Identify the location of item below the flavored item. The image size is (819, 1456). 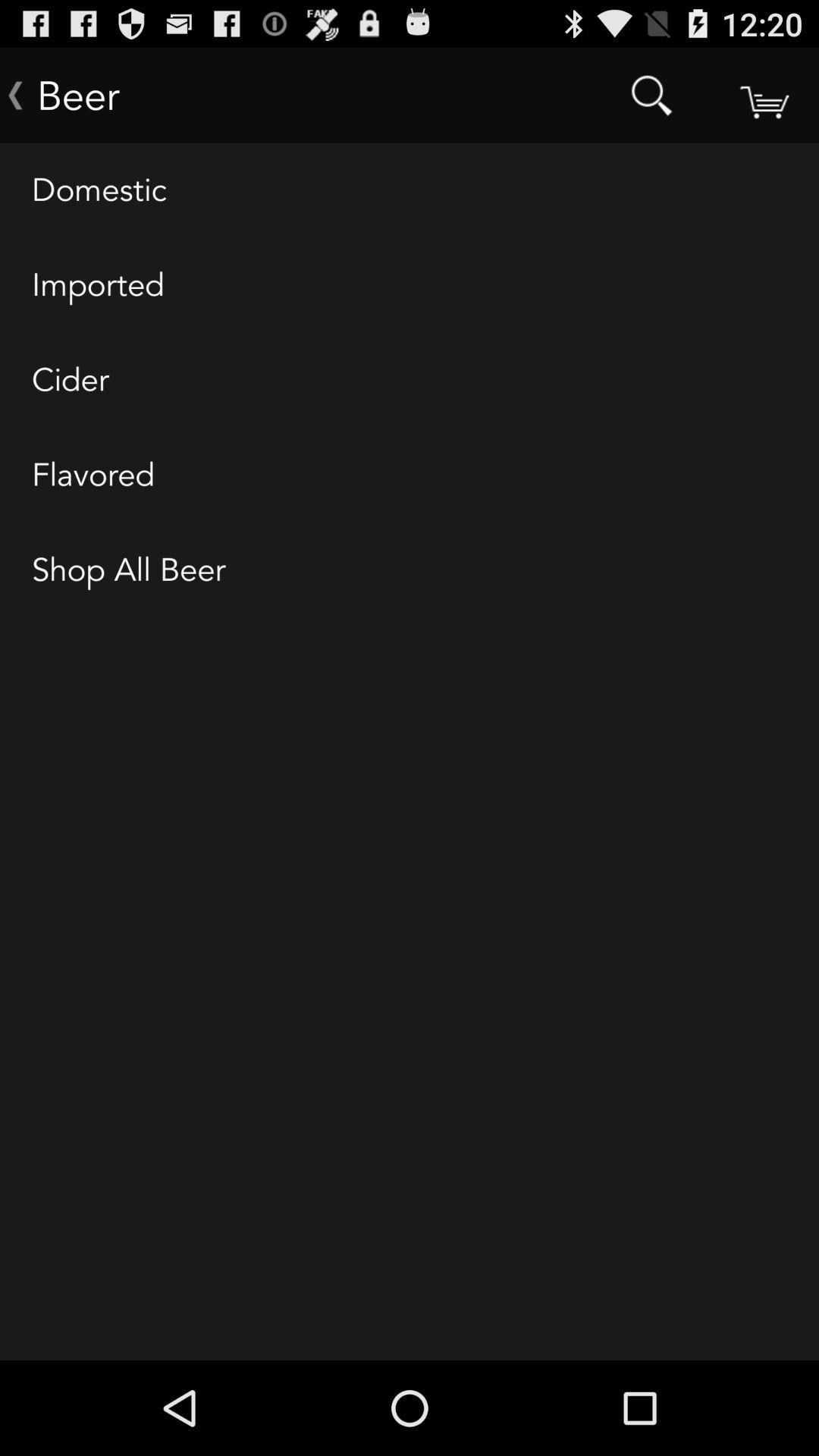
(409, 570).